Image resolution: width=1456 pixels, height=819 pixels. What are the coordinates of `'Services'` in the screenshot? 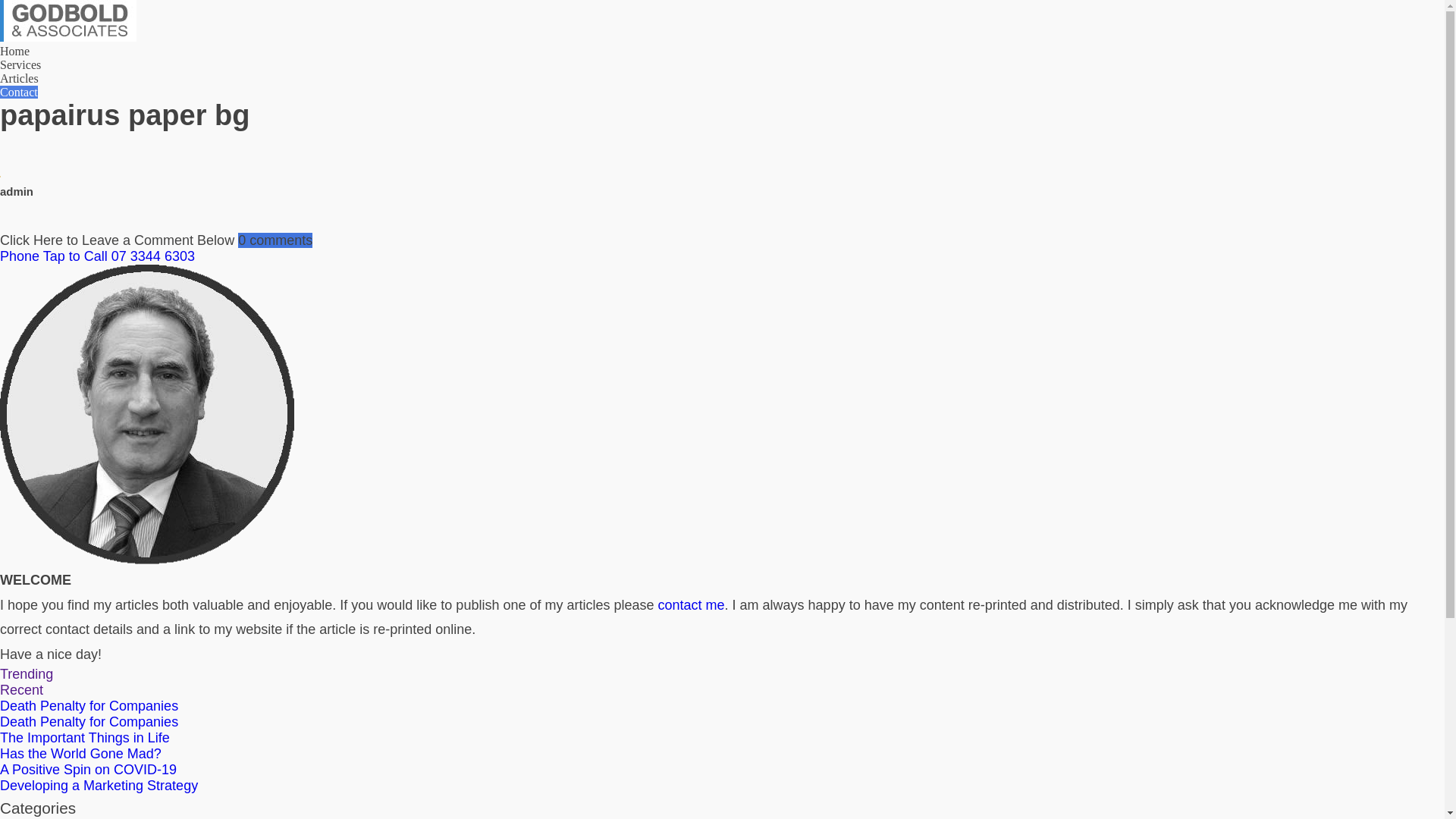 It's located at (20, 64).